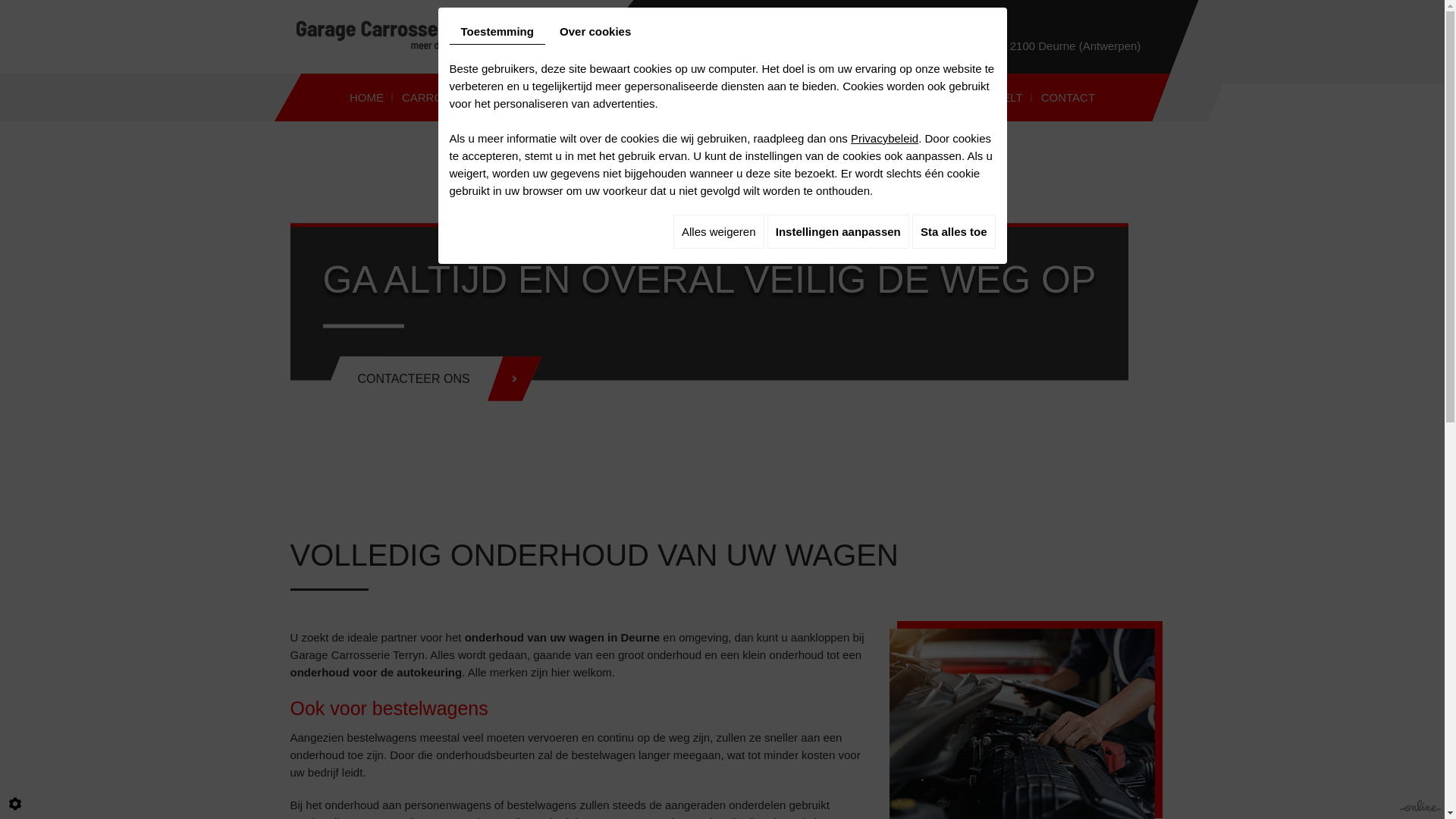 The width and height of the screenshot is (1456, 819). What do you see at coordinates (539, 97) in the screenshot?
I see `'ONDERHOUD'` at bounding box center [539, 97].